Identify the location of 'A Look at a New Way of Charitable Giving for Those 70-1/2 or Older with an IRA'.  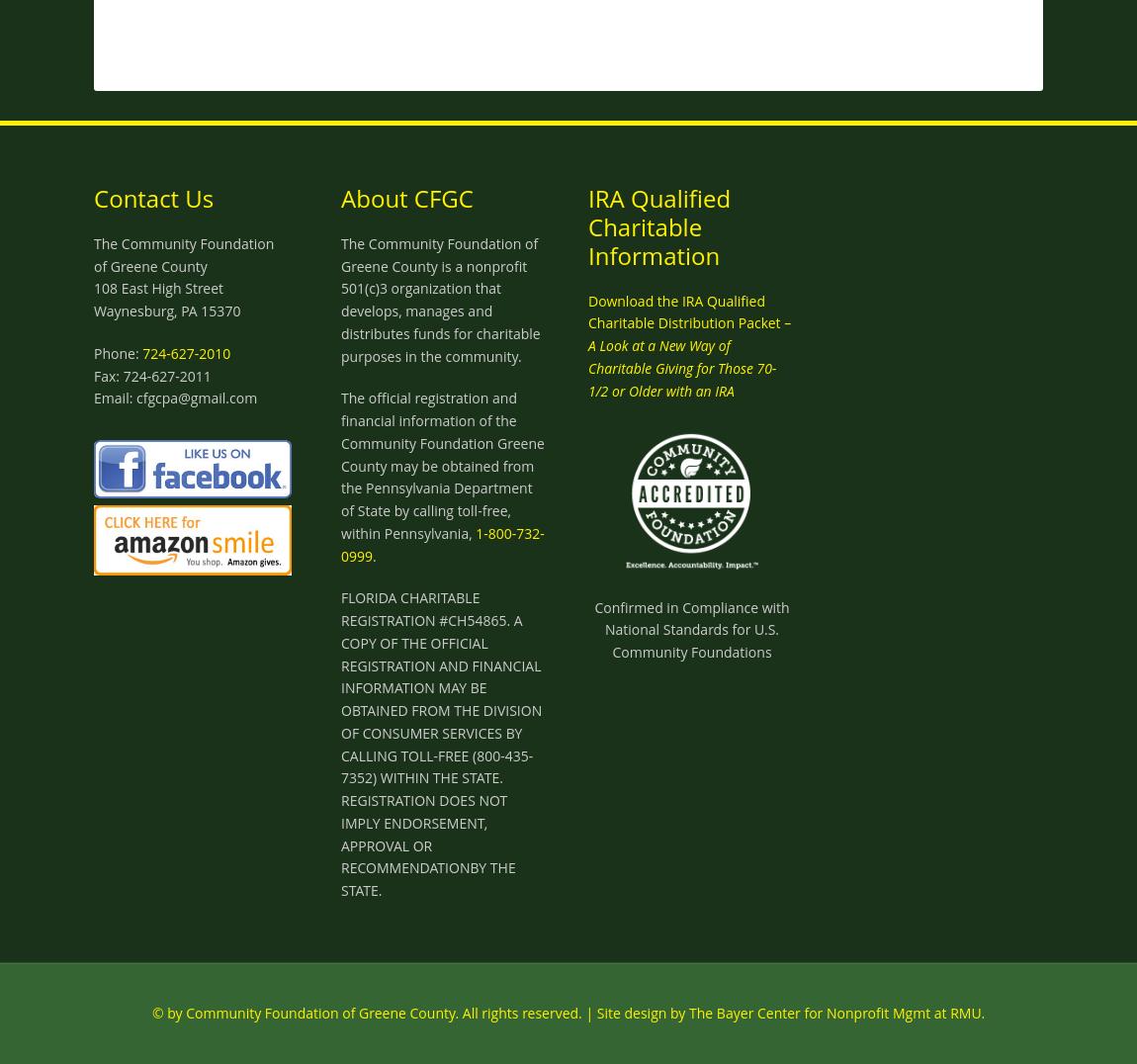
(587, 366).